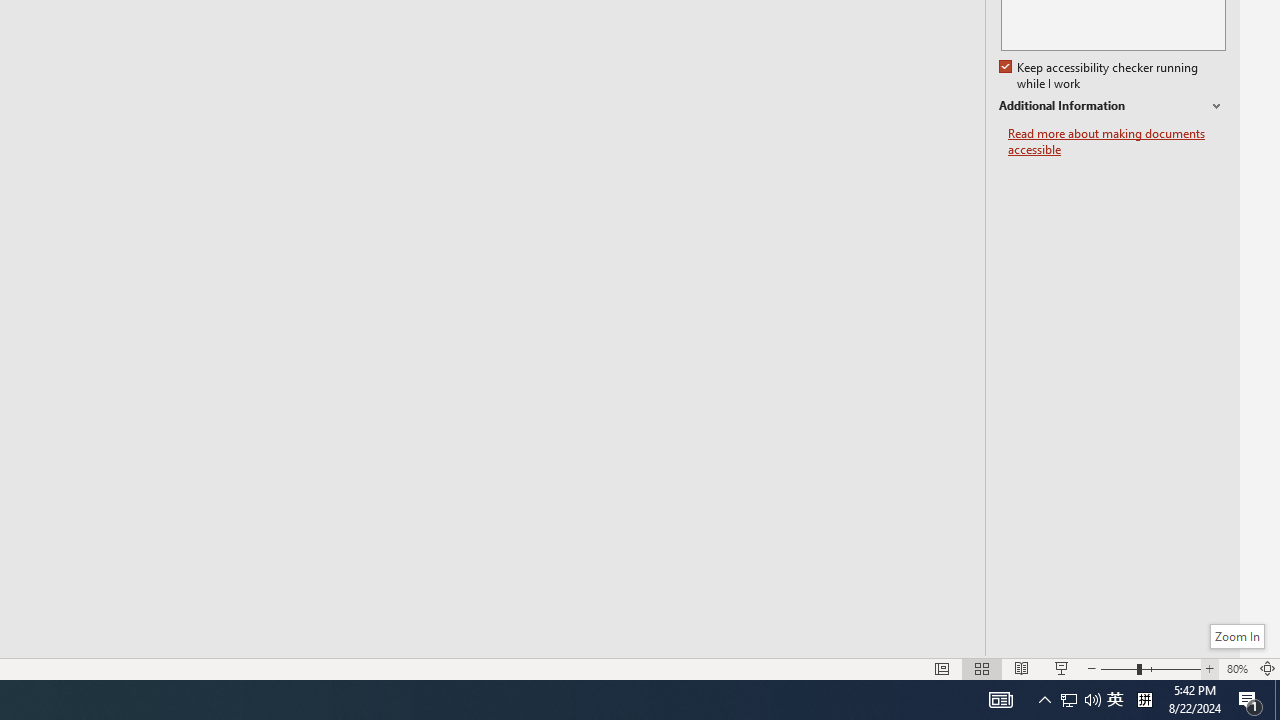 Image resolution: width=1280 pixels, height=720 pixels. I want to click on 'Additional Information', so click(1111, 106).